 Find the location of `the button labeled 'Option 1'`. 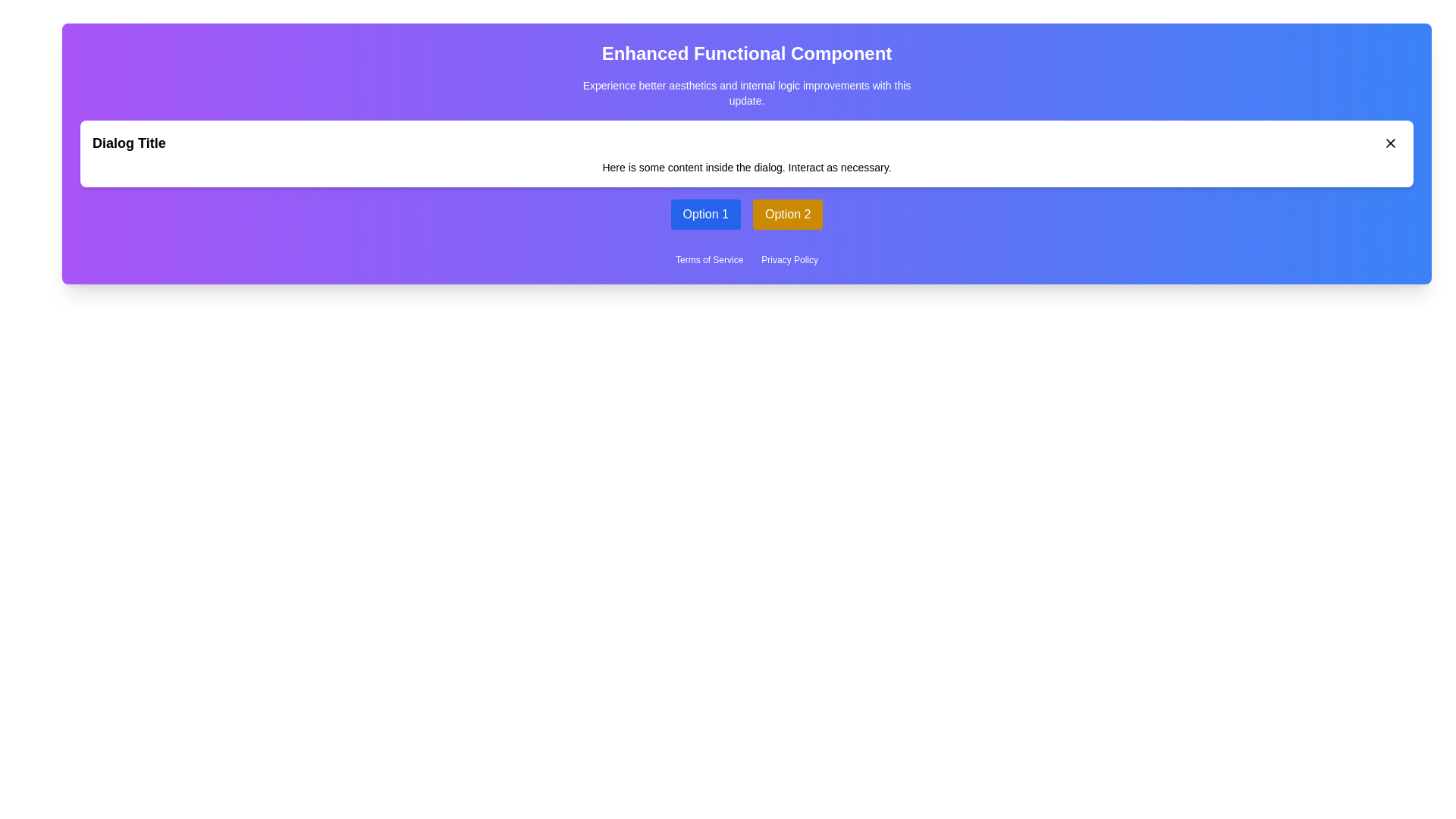

the button labeled 'Option 1' is located at coordinates (704, 214).